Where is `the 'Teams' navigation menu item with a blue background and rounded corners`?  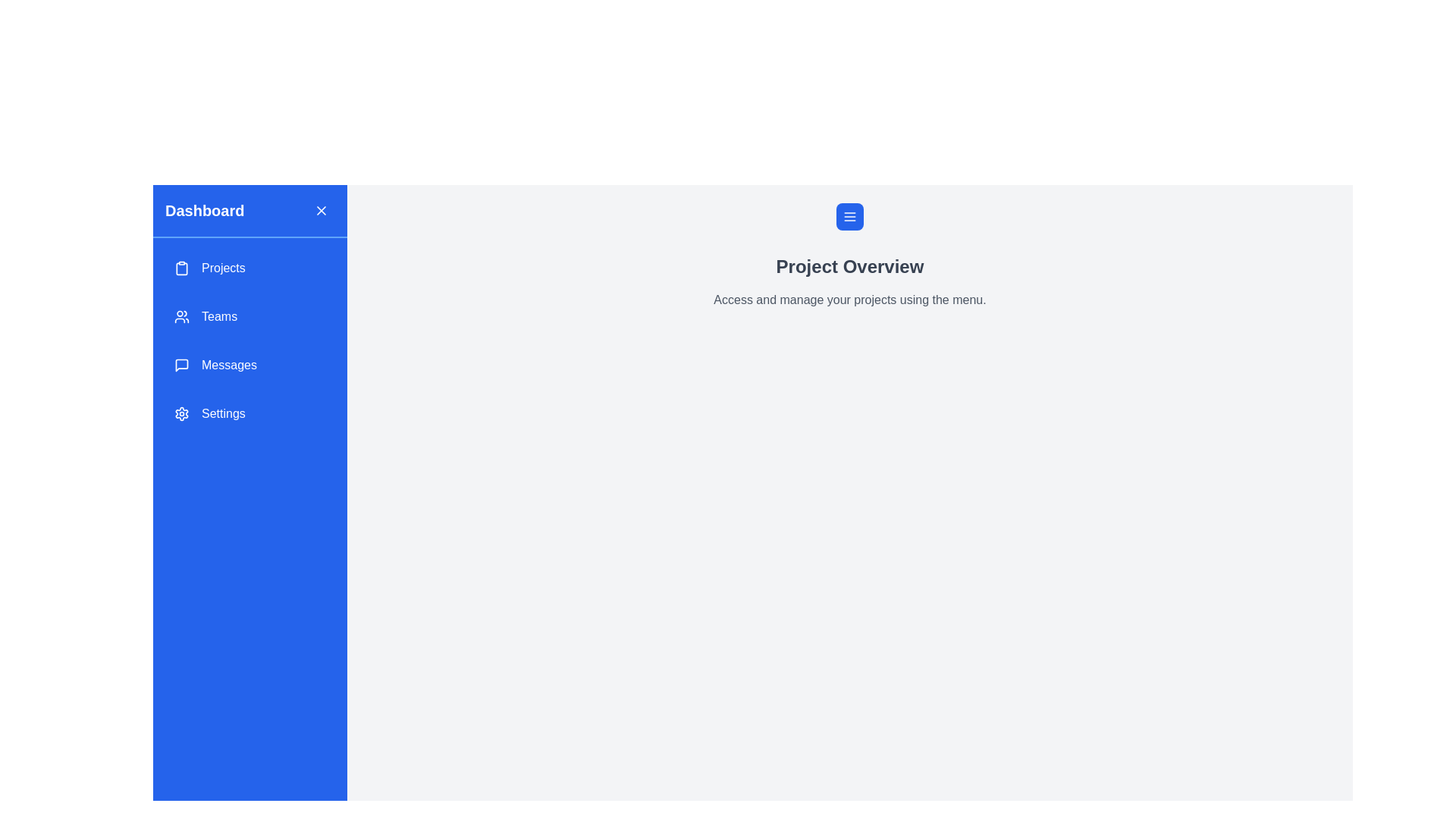 the 'Teams' navigation menu item with a blue background and rounded corners is located at coordinates (250, 315).